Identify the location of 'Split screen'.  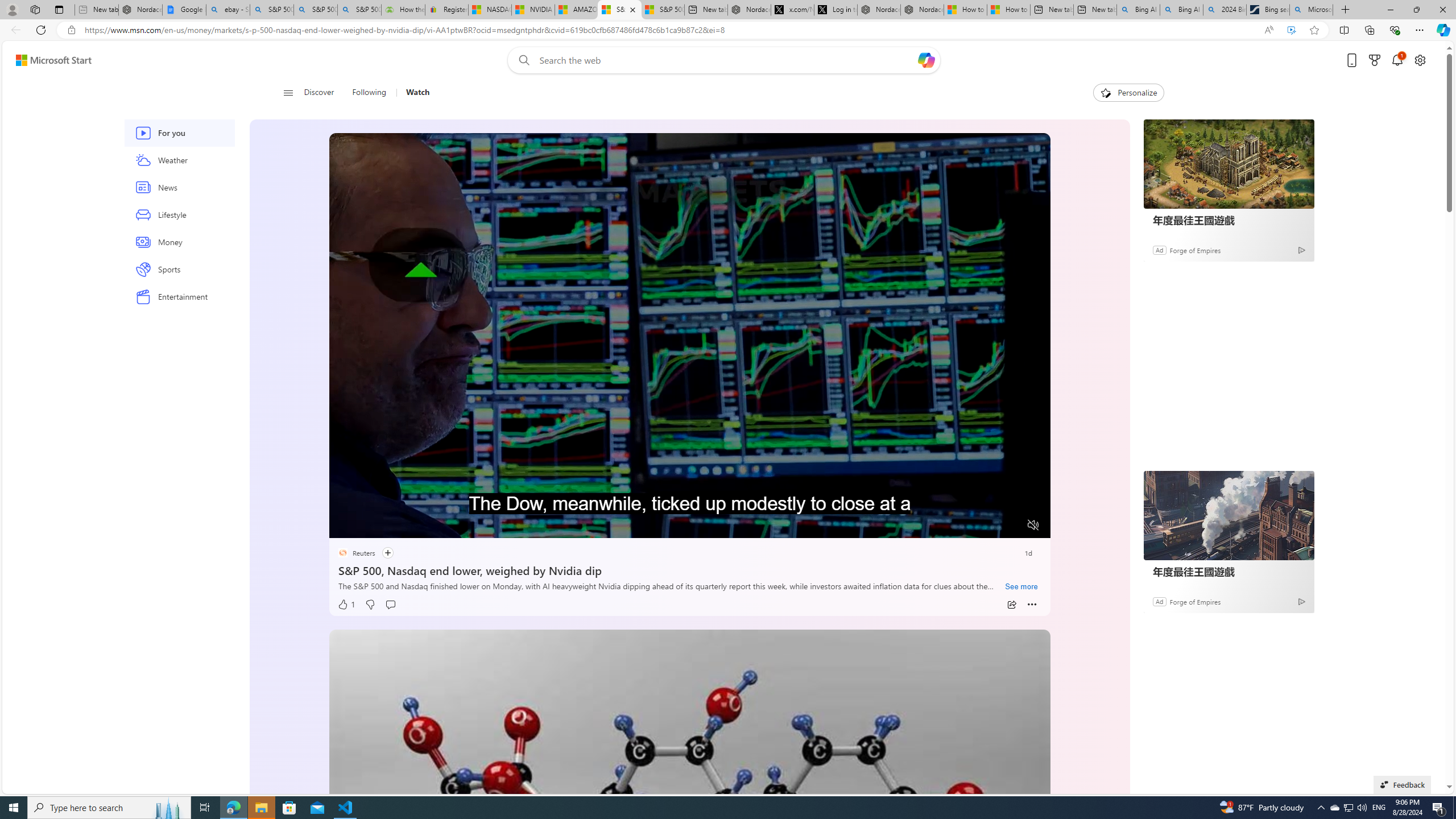
(1345, 29).